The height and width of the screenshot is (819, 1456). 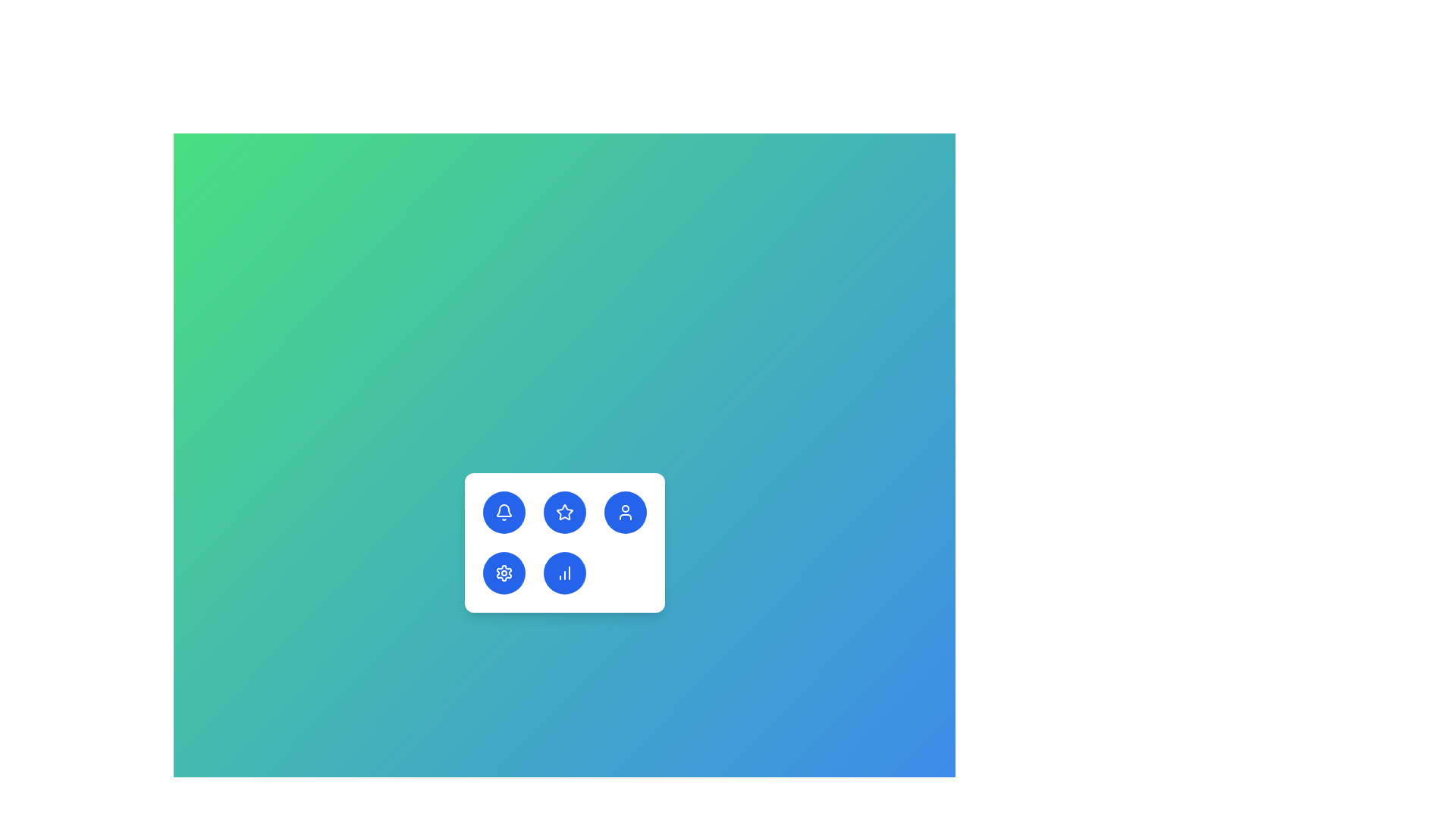 What do you see at coordinates (563, 573) in the screenshot?
I see `the blue circular button with a bar chart icon located in the bottom row, middle column of the 3x3 grid` at bounding box center [563, 573].